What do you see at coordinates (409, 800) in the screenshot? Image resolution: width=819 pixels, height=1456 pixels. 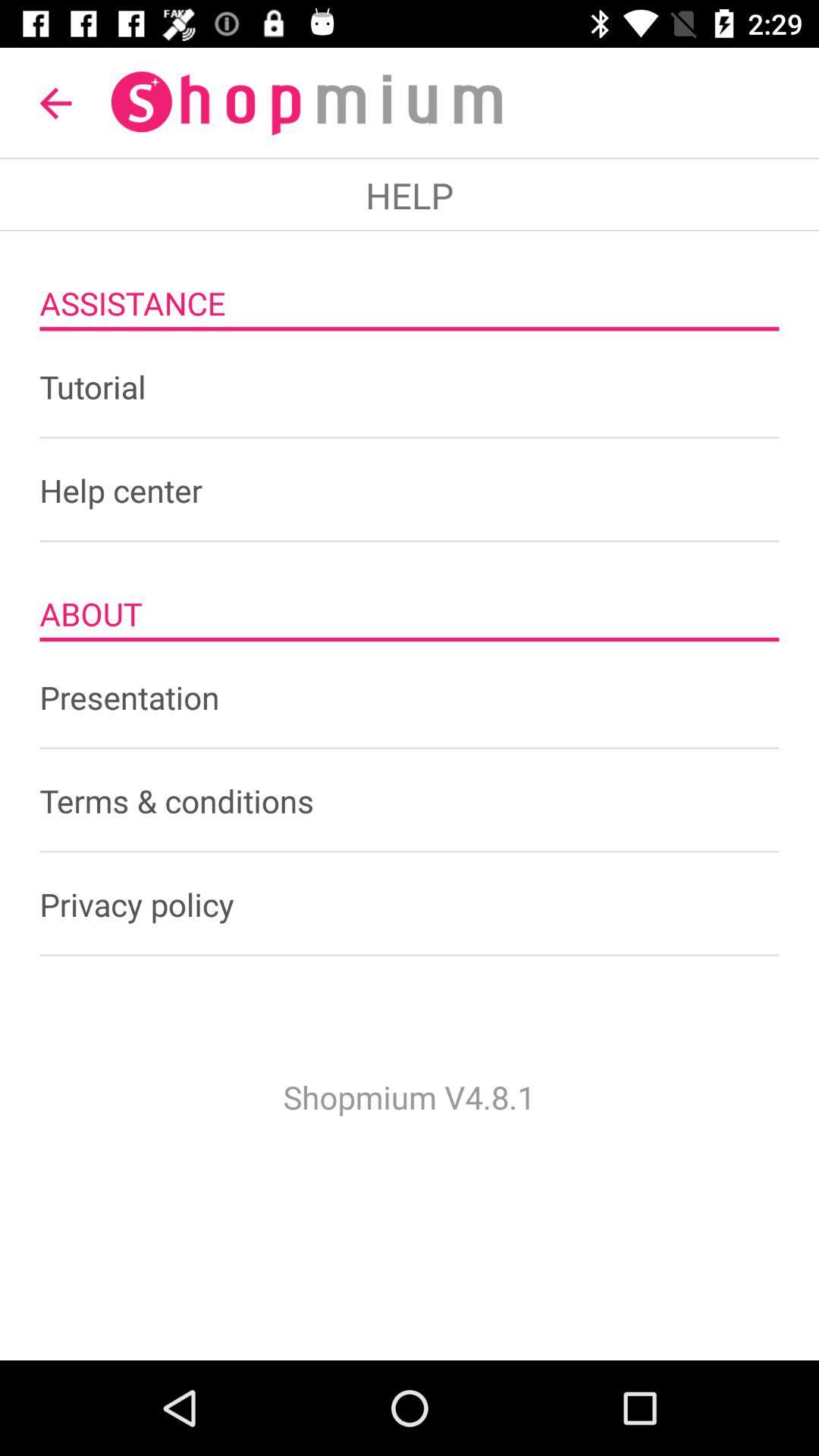 I see `the terms & conditions item` at bounding box center [409, 800].